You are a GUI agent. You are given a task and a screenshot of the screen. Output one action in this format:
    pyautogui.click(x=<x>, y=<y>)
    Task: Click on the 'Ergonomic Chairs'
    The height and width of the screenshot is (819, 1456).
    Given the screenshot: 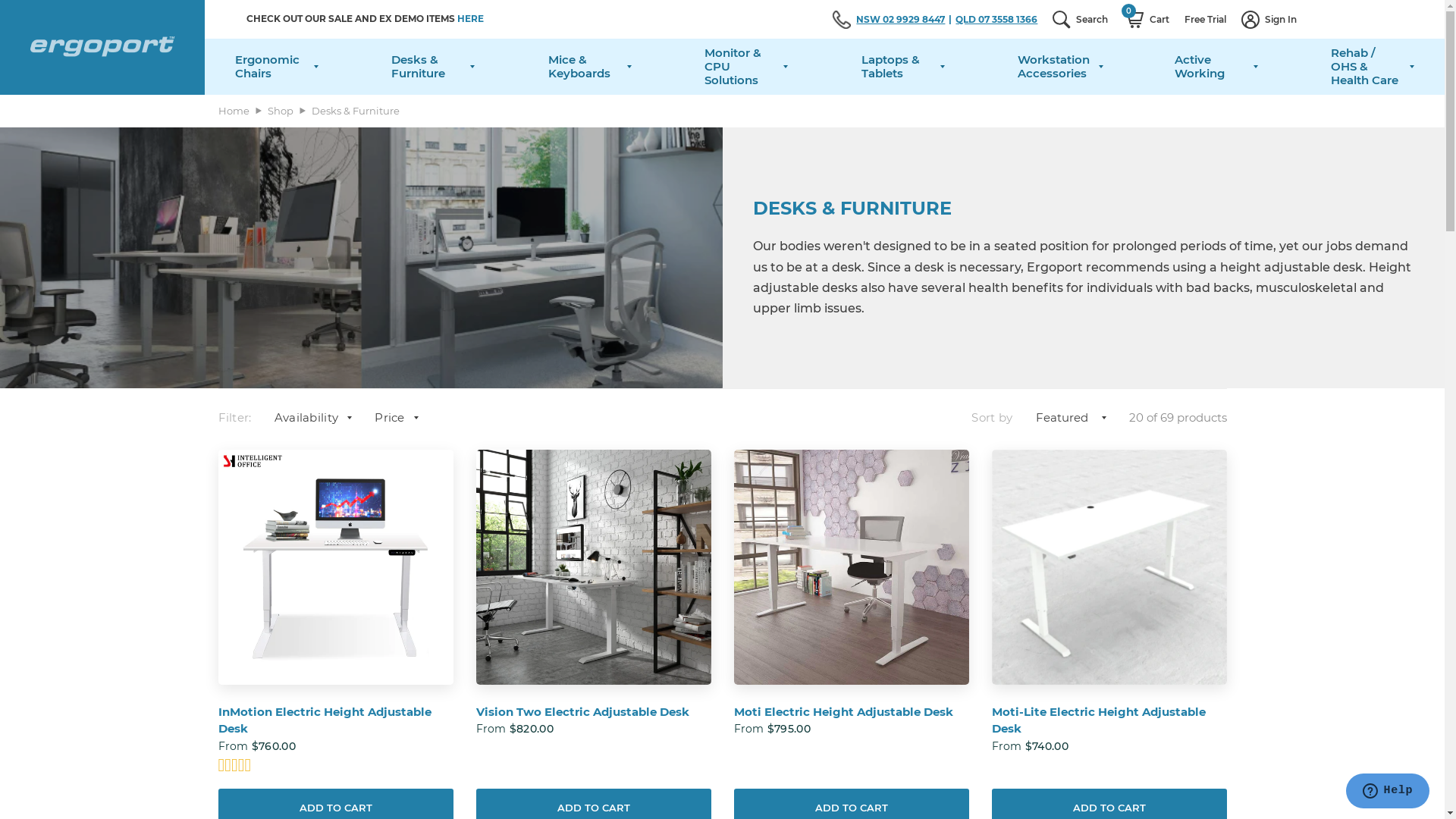 What is the action you would take?
    pyautogui.click(x=276, y=66)
    